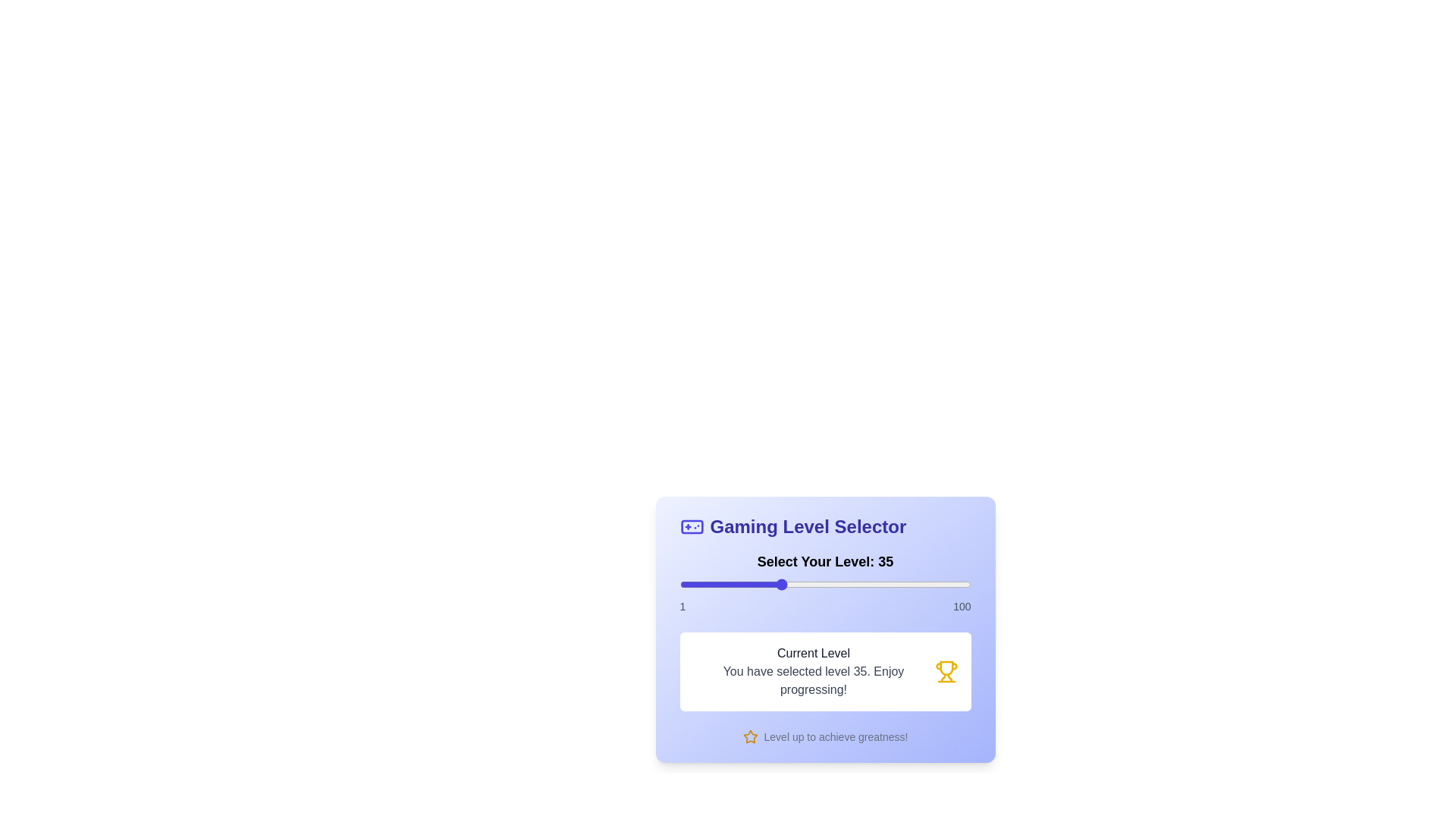 Image resolution: width=1456 pixels, height=819 pixels. I want to click on the gaming level, so click(949, 584).